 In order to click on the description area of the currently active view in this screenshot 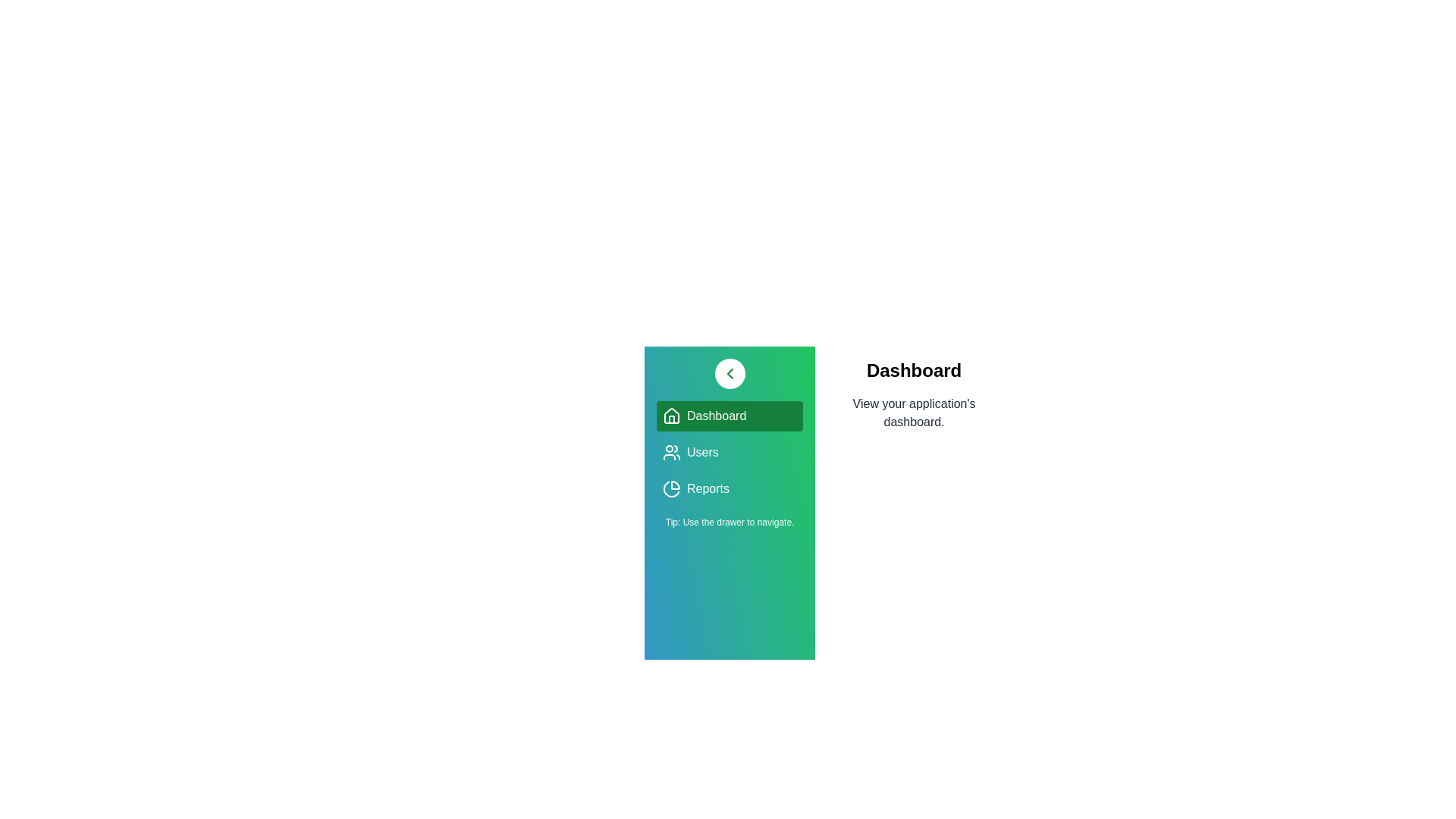, I will do `click(912, 413)`.